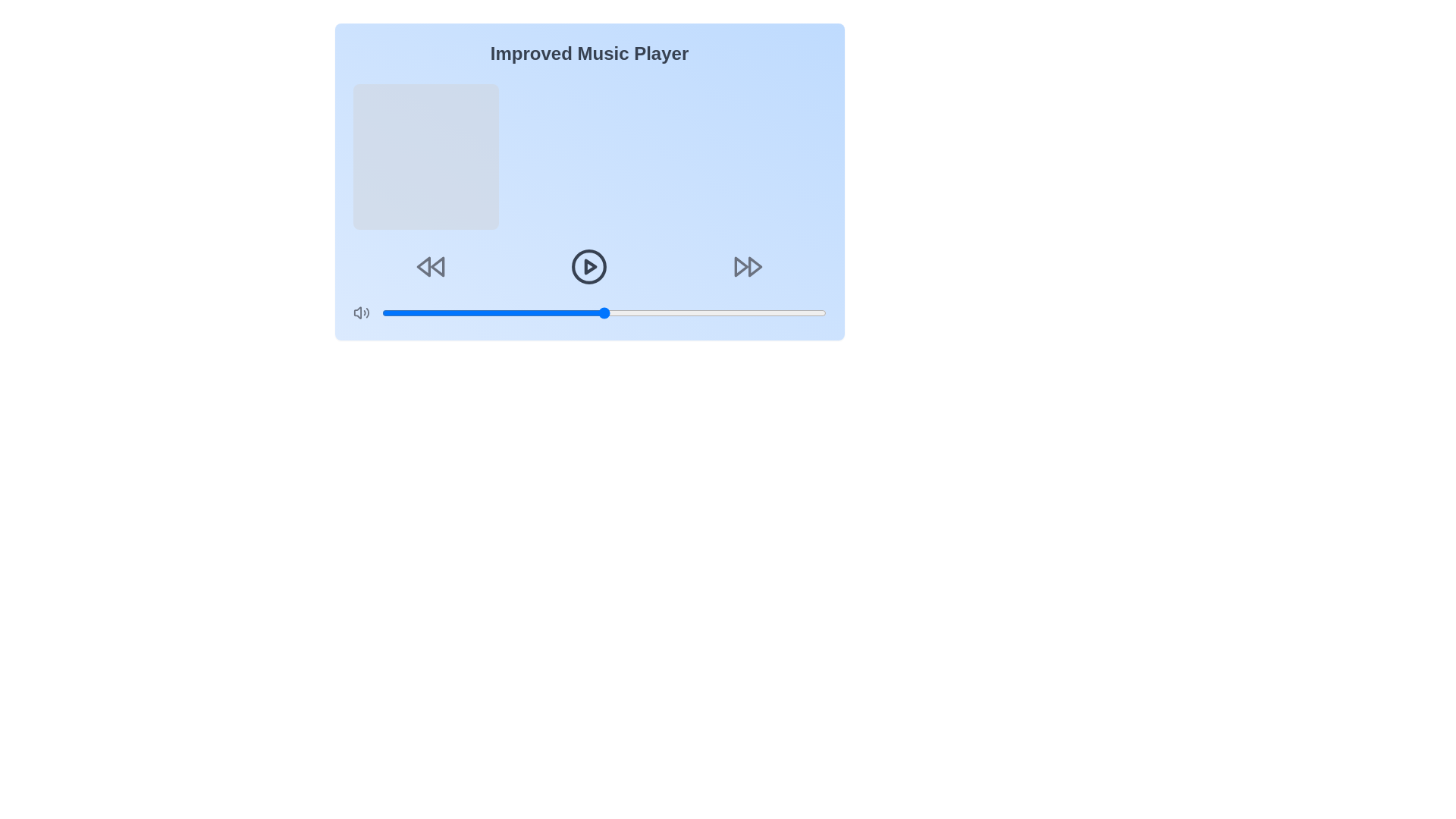 Image resolution: width=1456 pixels, height=819 pixels. What do you see at coordinates (598, 312) in the screenshot?
I see `the slider value` at bounding box center [598, 312].